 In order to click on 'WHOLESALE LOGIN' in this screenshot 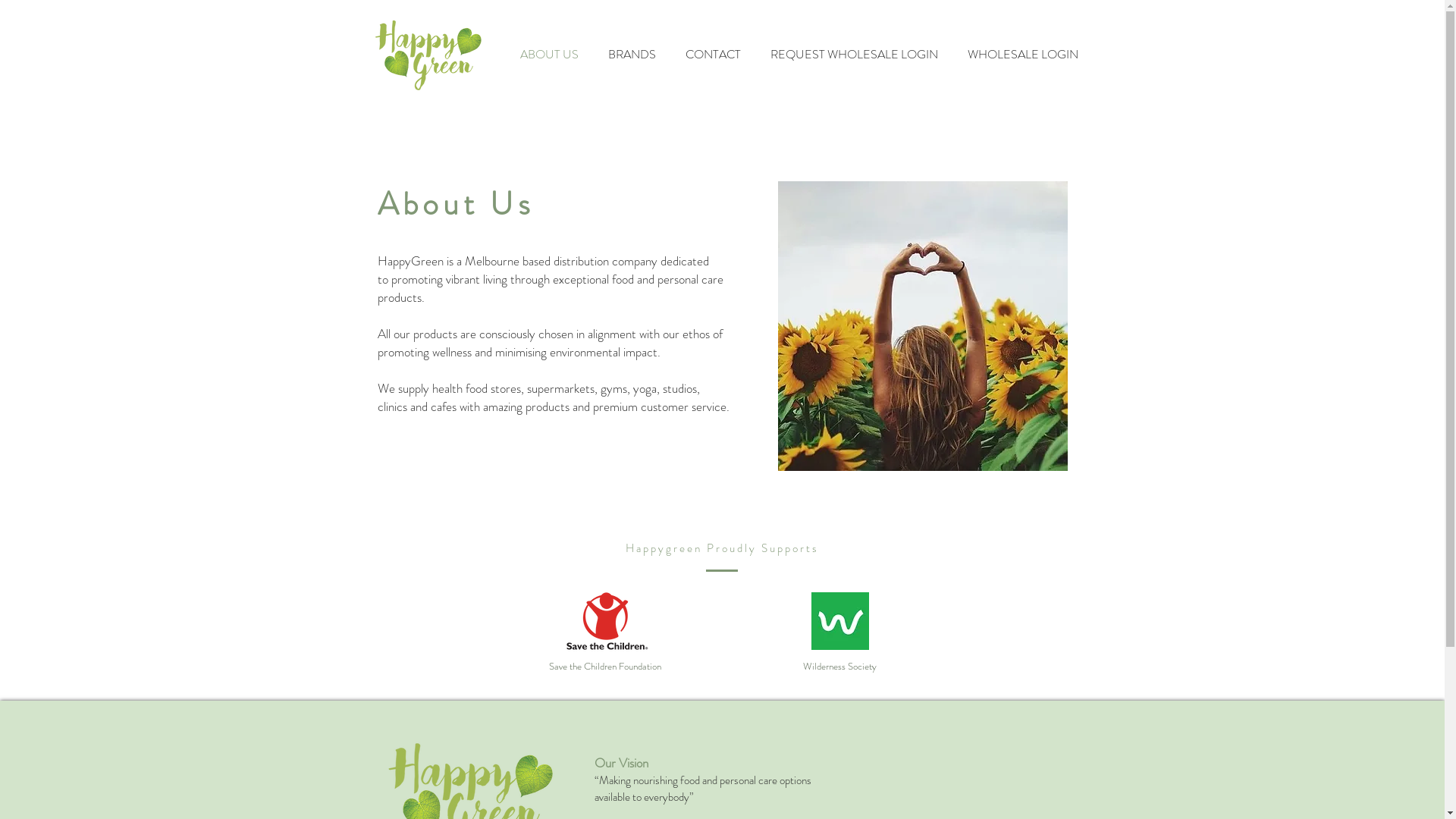, I will do `click(1022, 54)`.